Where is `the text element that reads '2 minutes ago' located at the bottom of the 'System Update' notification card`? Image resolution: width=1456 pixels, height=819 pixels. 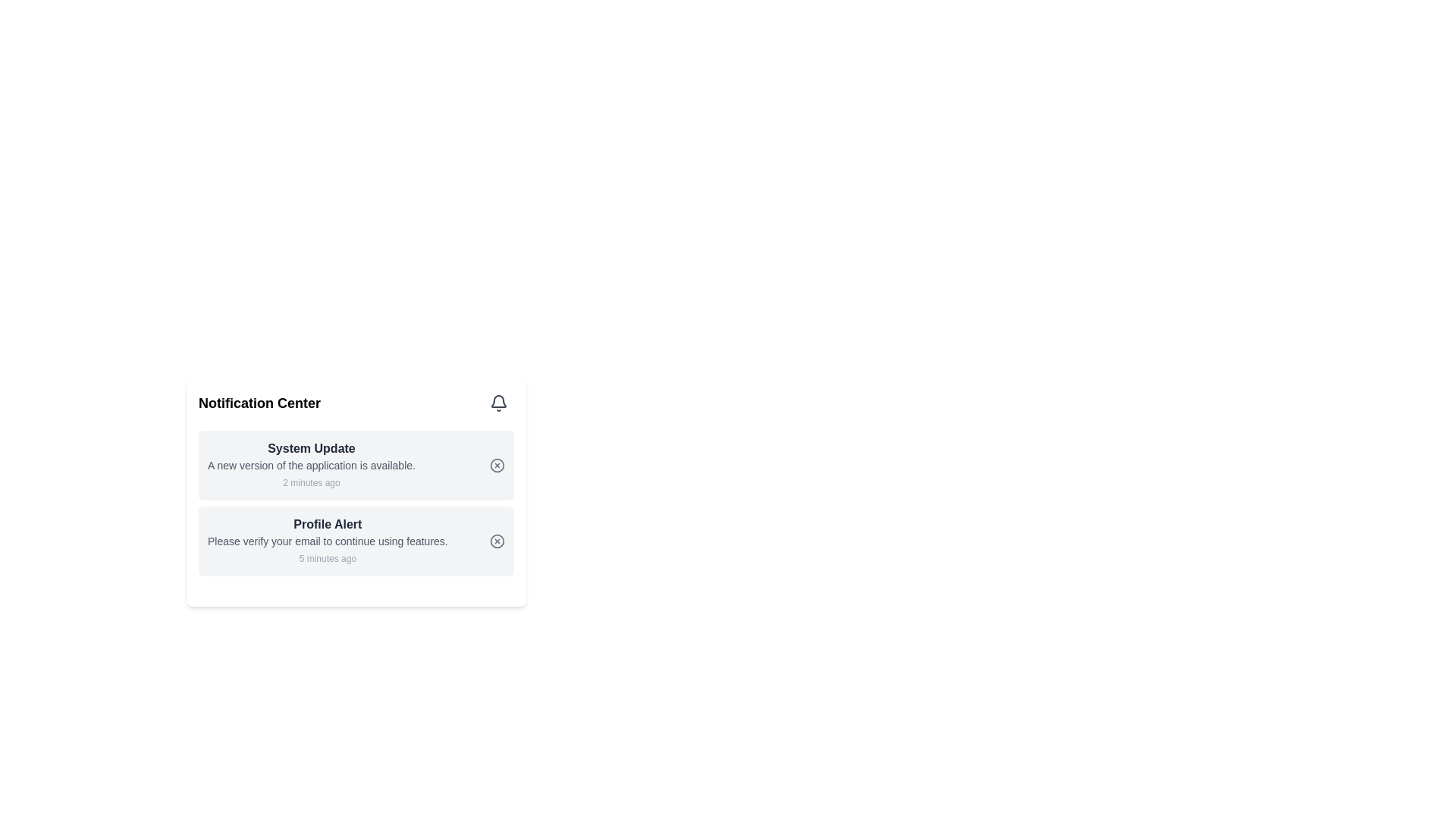
the text element that reads '2 minutes ago' located at the bottom of the 'System Update' notification card is located at coordinates (311, 482).